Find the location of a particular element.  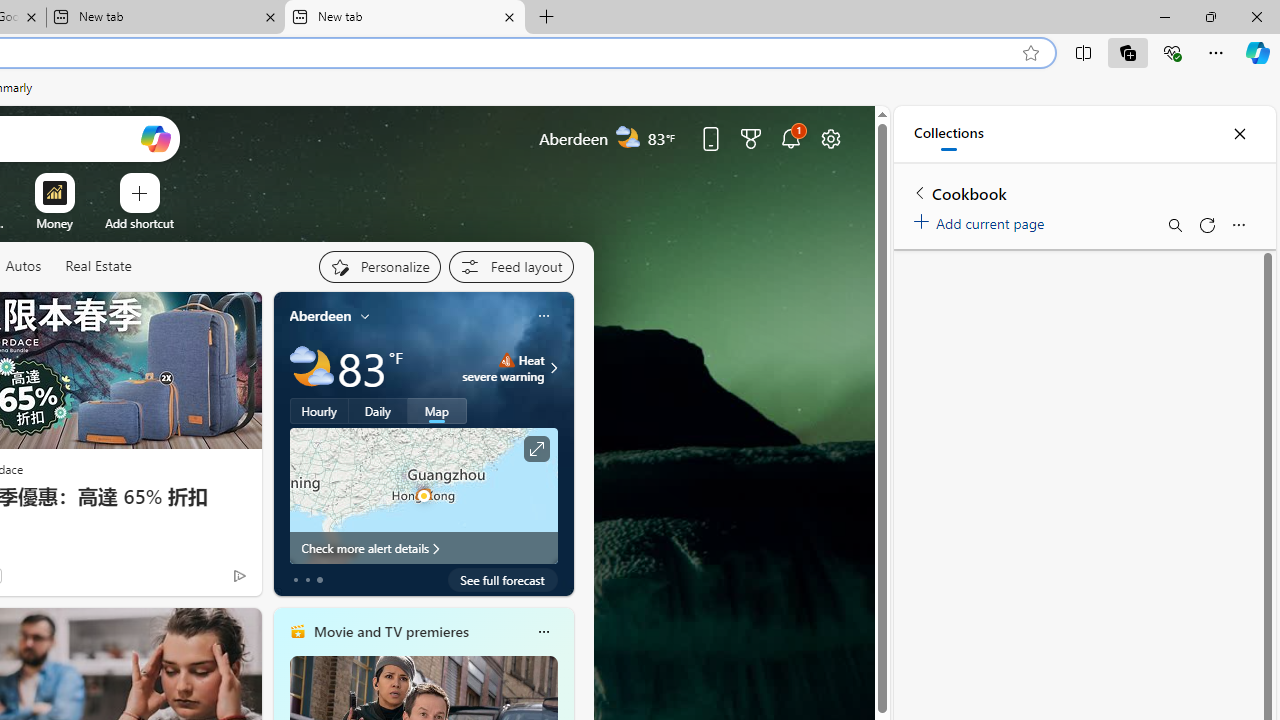

'Money' is located at coordinates (54, 223).